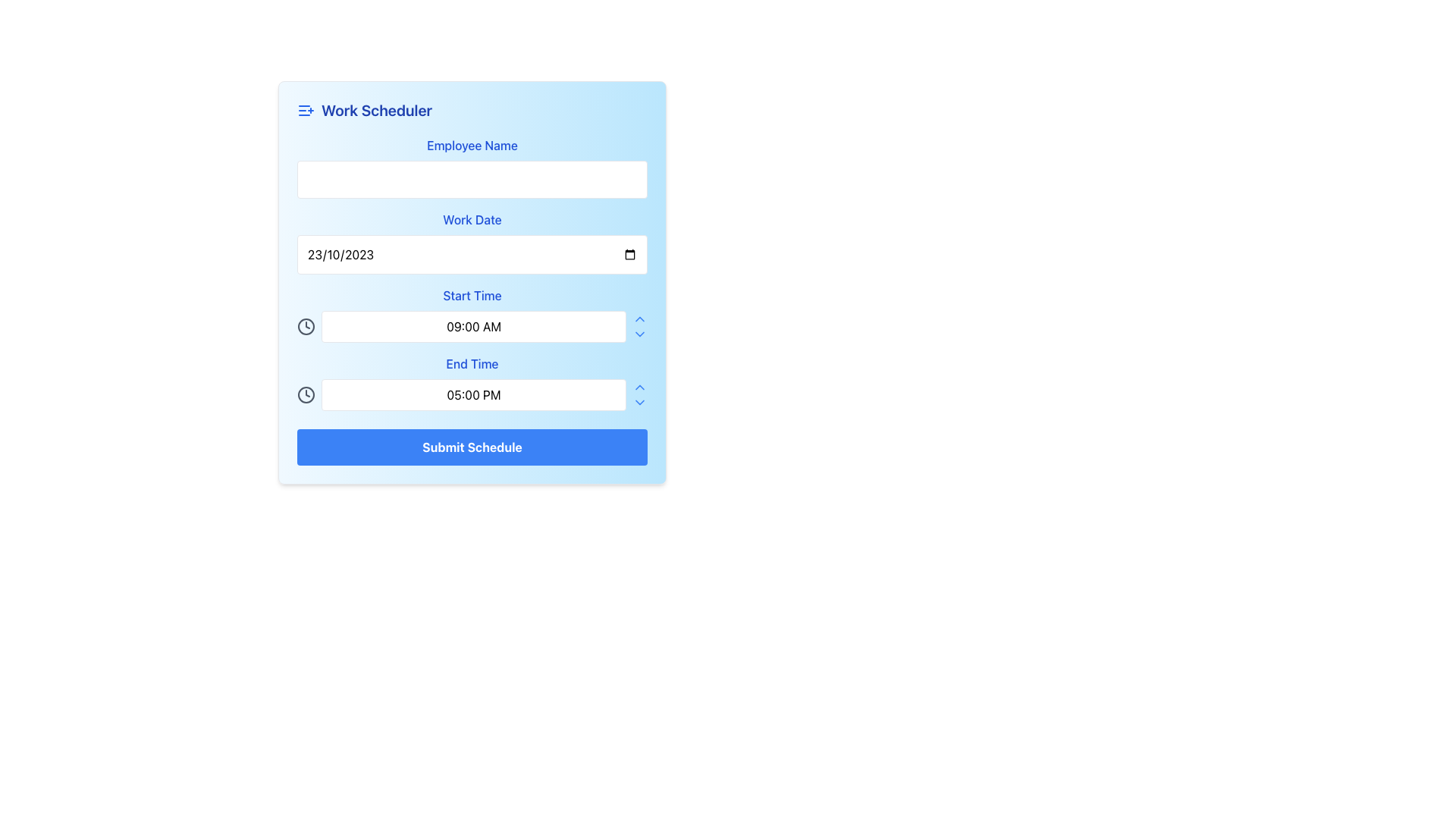 This screenshot has width=1456, height=819. What do you see at coordinates (472, 295) in the screenshot?
I see `the 'Start Time' label, which is styled with a blue-colored font and is located above the time input field for '09:00 AM'` at bounding box center [472, 295].